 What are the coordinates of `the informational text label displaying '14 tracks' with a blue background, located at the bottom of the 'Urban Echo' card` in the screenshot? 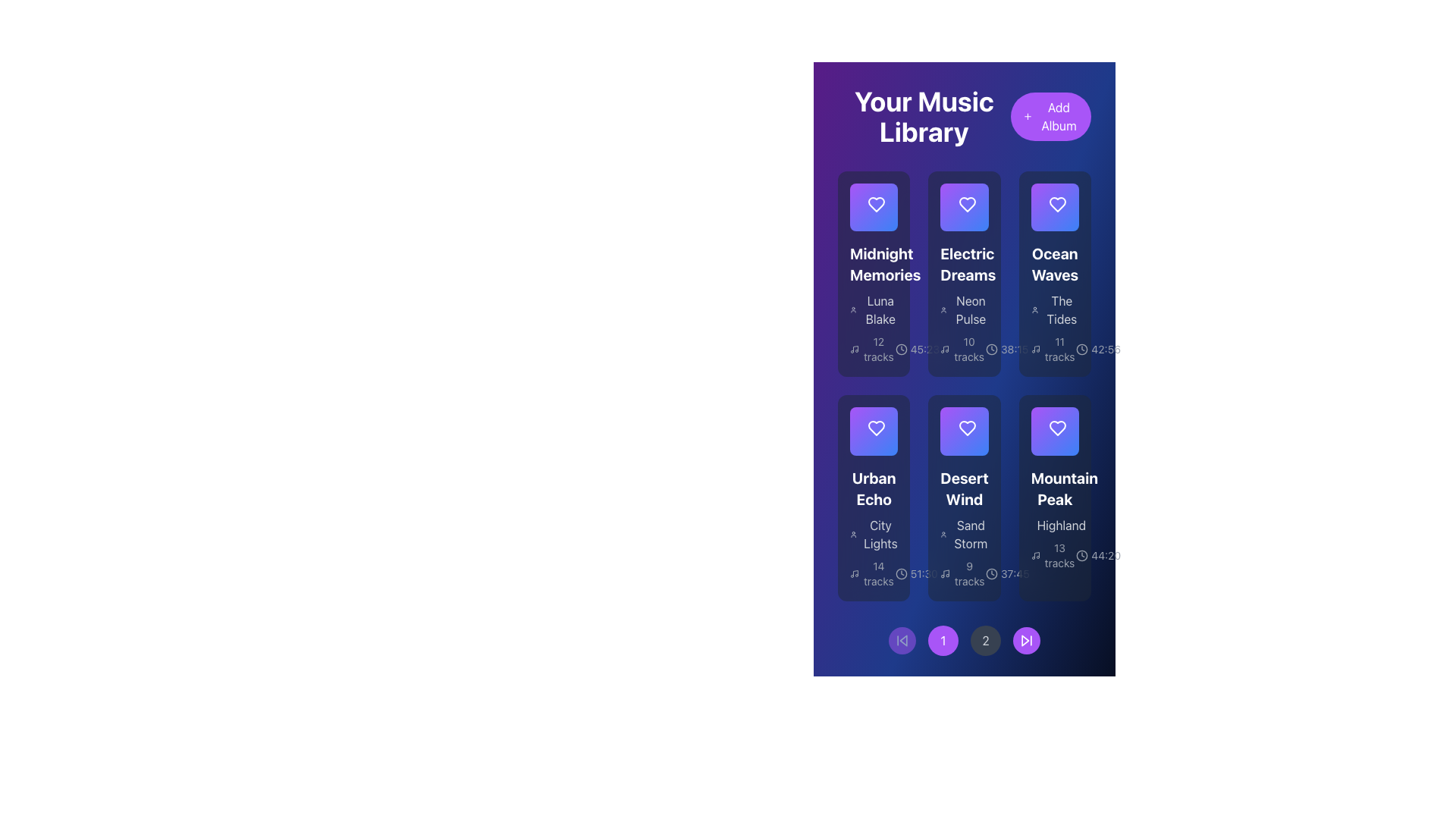 It's located at (878, 573).